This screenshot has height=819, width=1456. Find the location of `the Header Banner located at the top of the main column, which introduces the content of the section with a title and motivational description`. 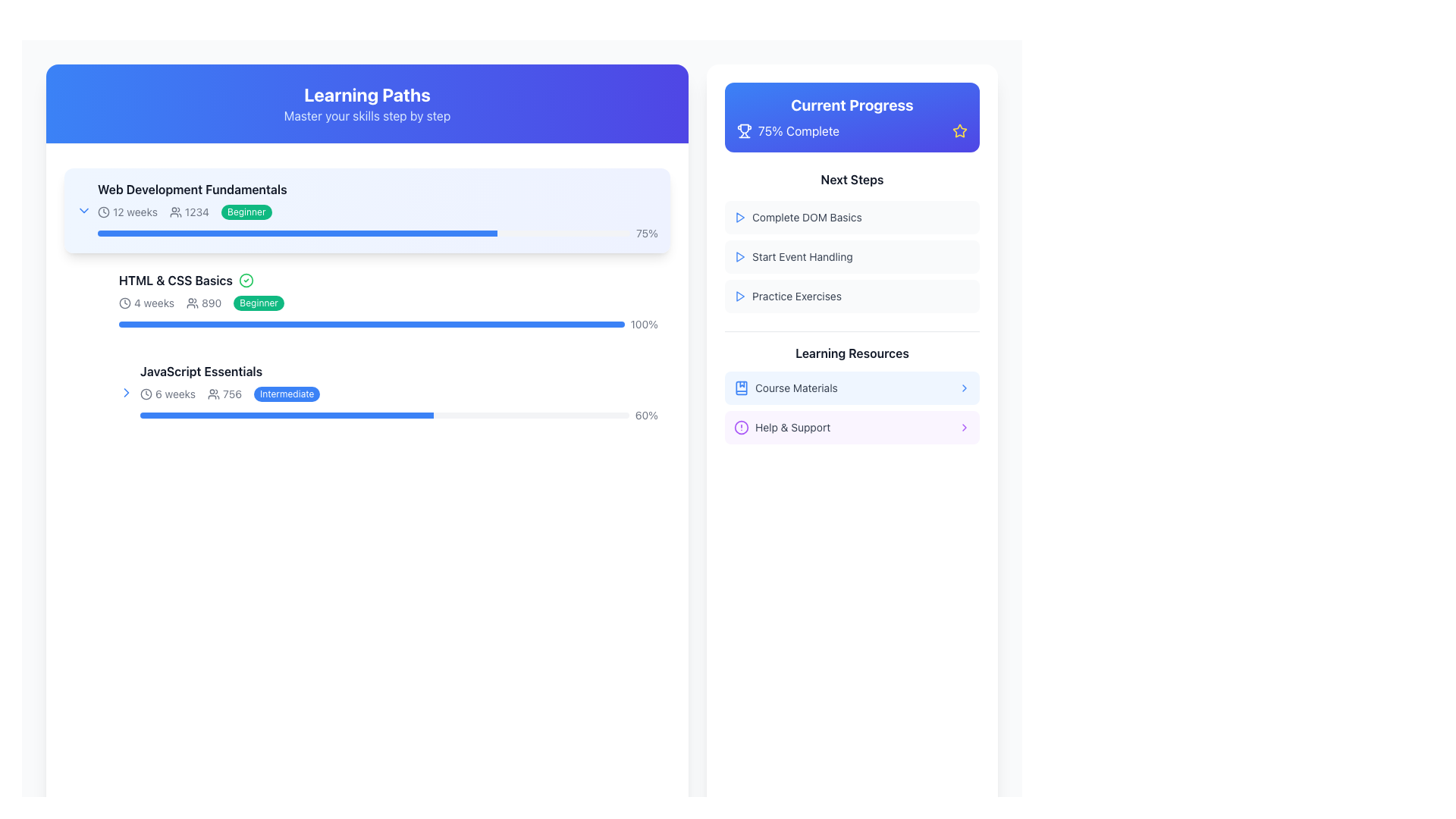

the Header Banner located at the top of the main column, which introduces the content of the section with a title and motivational description is located at coordinates (367, 103).